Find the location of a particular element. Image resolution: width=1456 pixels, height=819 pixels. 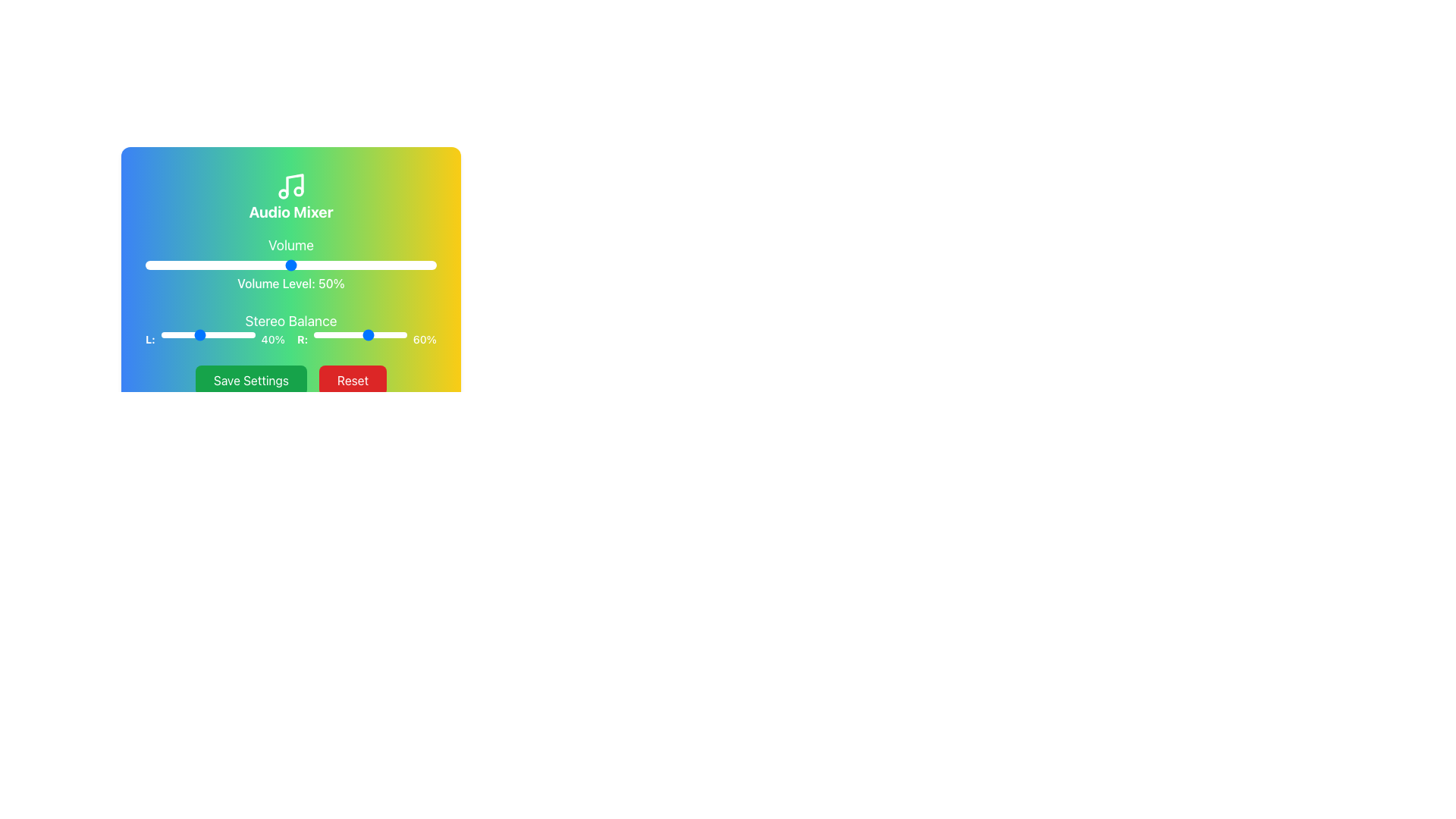

the reset settings button located at the bottom-right corner of the main interface is located at coordinates (352, 379).